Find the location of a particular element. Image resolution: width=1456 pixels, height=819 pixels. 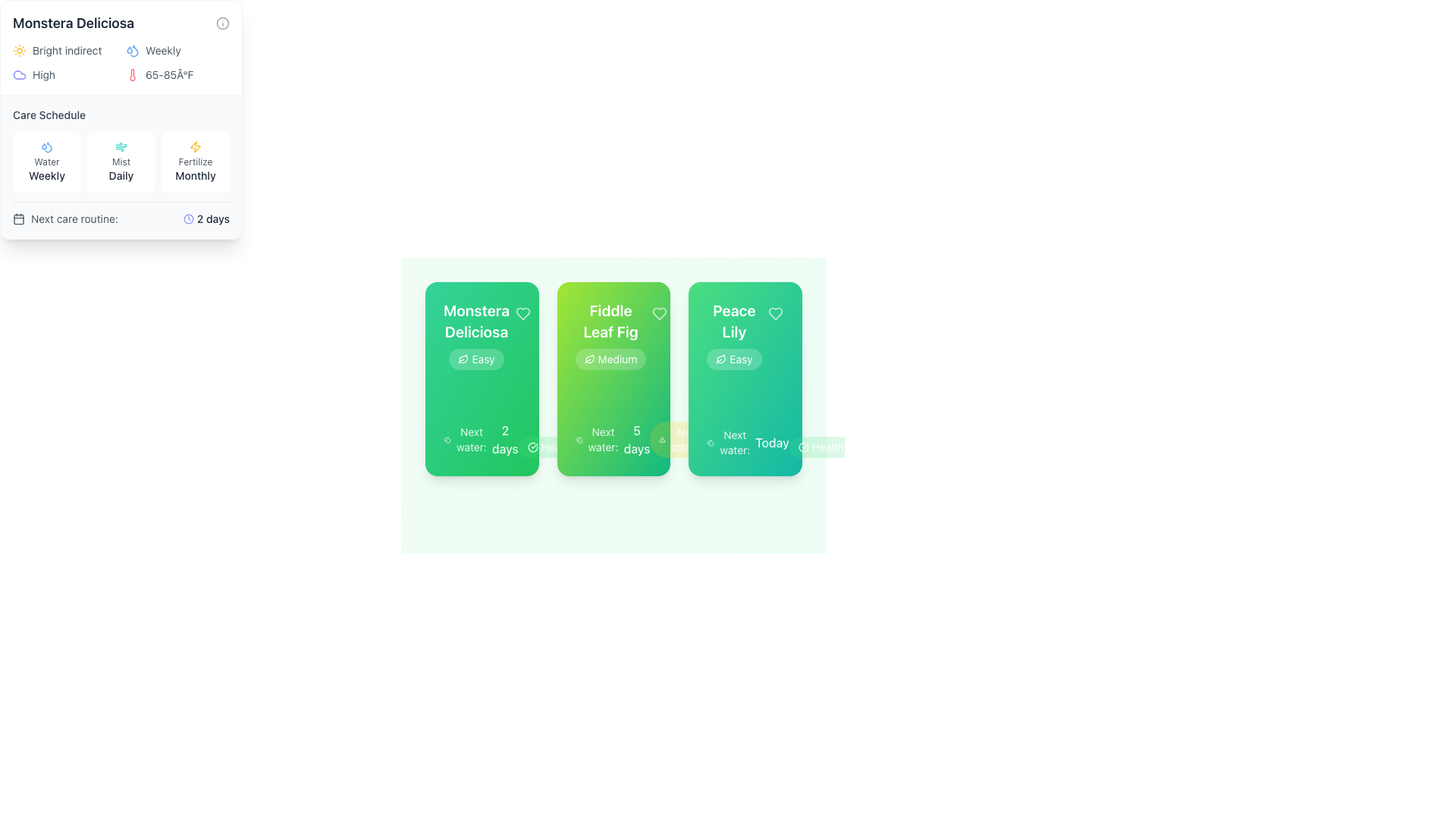

text 'Monstera Deliciosa' displayed in bold font and the badge 'Easy' located on the green background of the first card is located at coordinates (475, 334).